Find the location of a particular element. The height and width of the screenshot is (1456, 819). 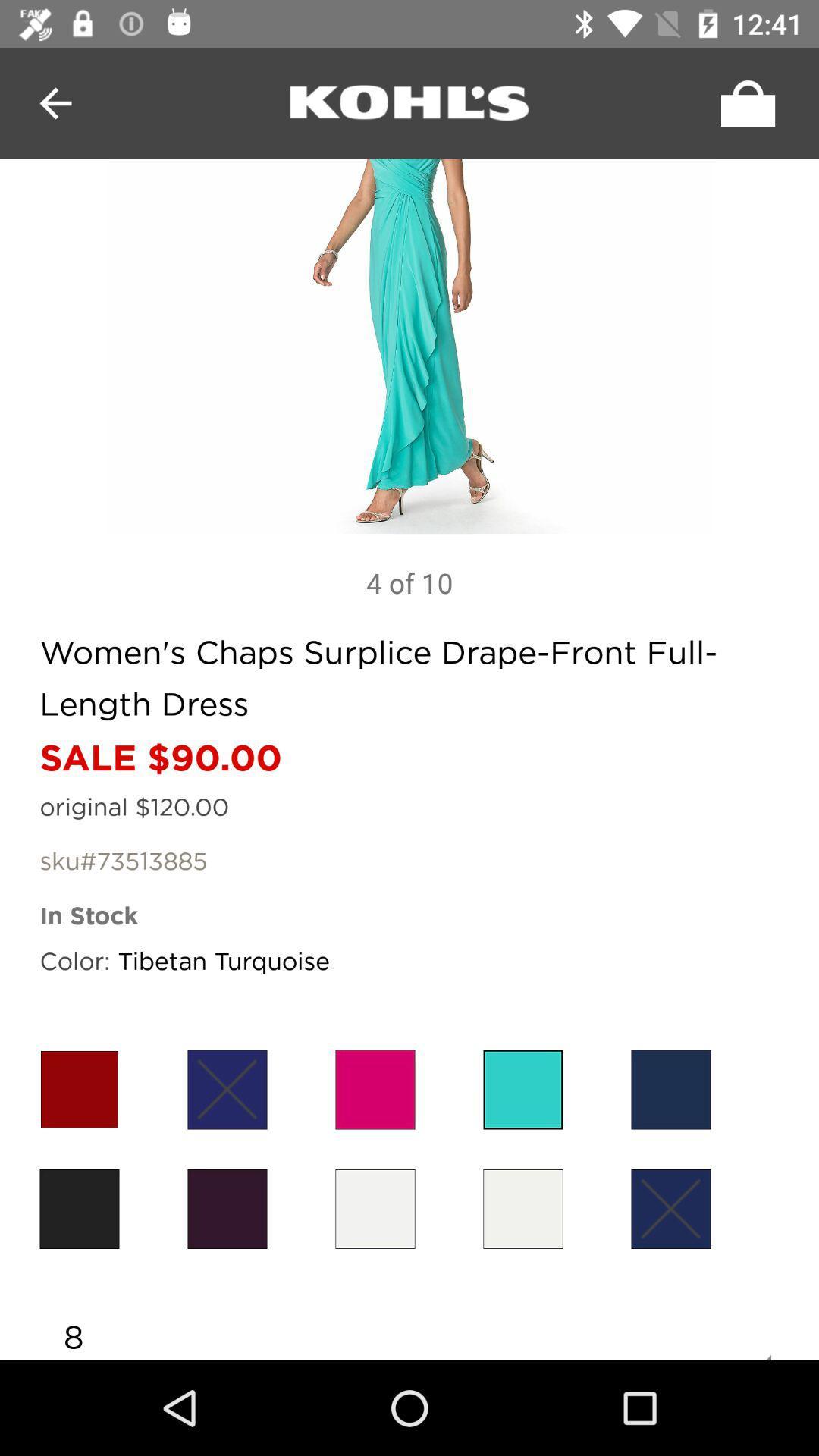

yellow dress color is located at coordinates (375, 1208).